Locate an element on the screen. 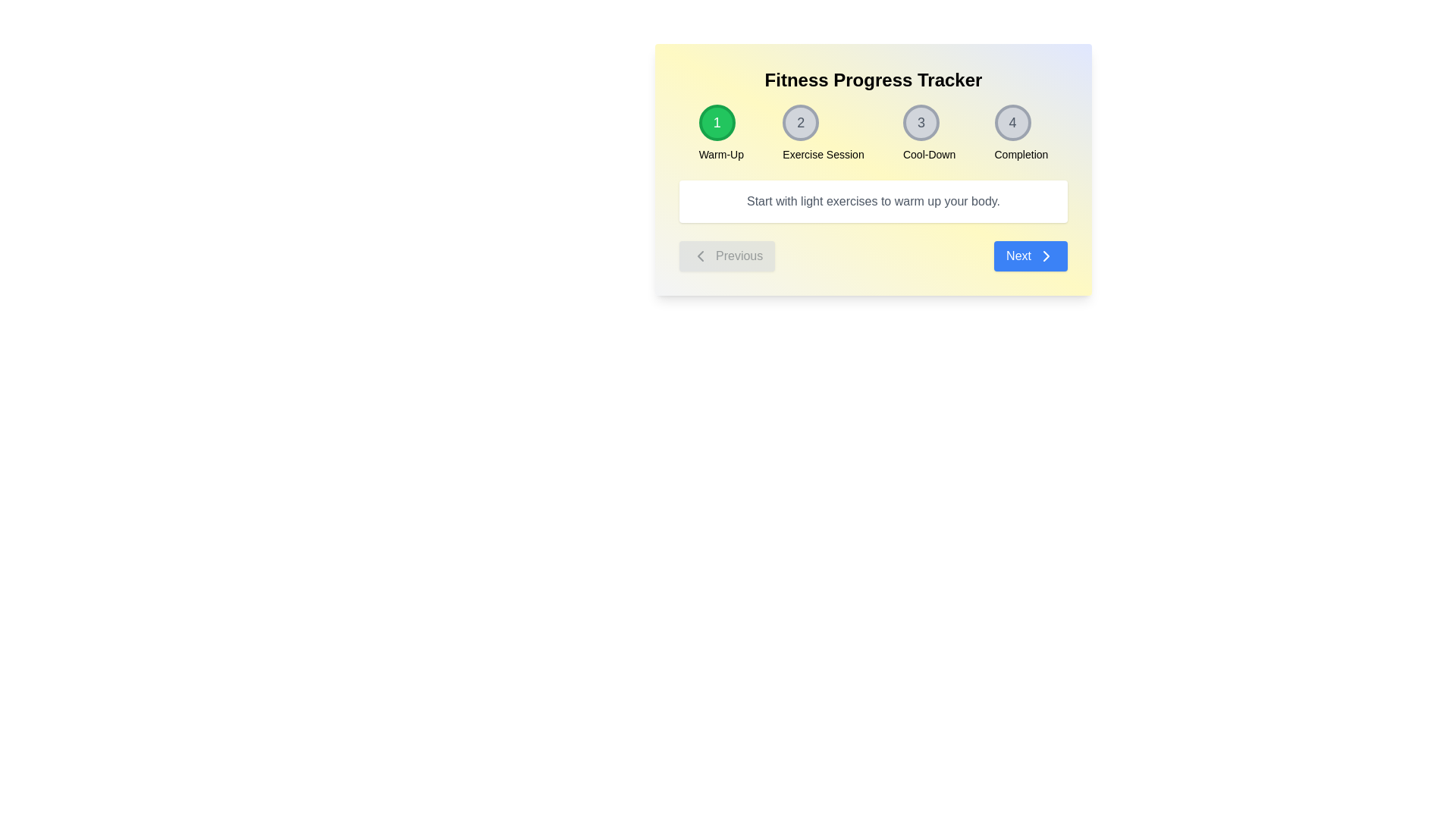  the first step in the progress tracker interface, which indicates the 'Warm-Up' stage is located at coordinates (716, 122).